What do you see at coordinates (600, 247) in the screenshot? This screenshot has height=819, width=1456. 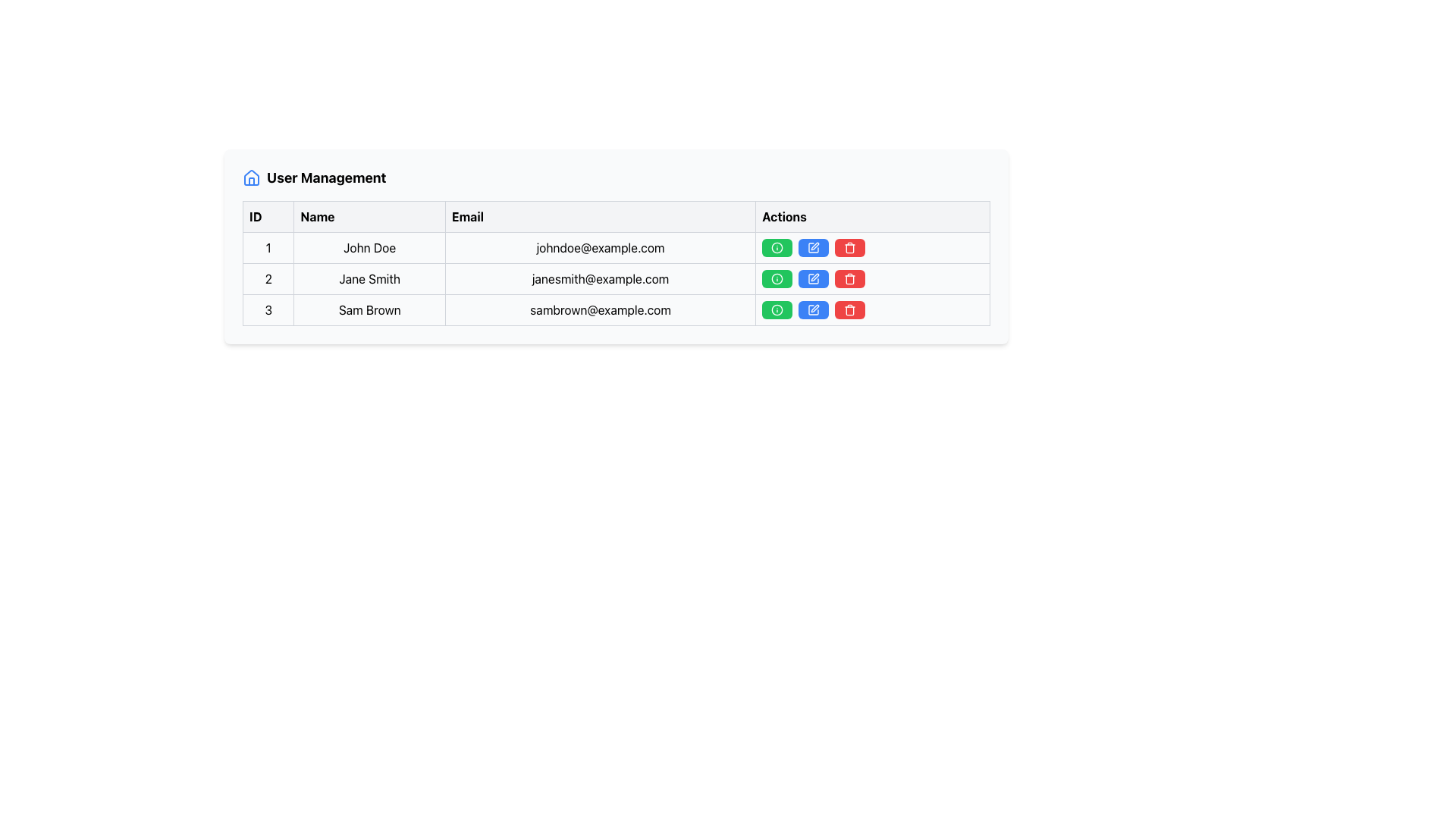 I see `the text field displaying the email address 'johndoe@example.com', which is located in the third cell of the first row under the 'Email' column of the data table` at bounding box center [600, 247].